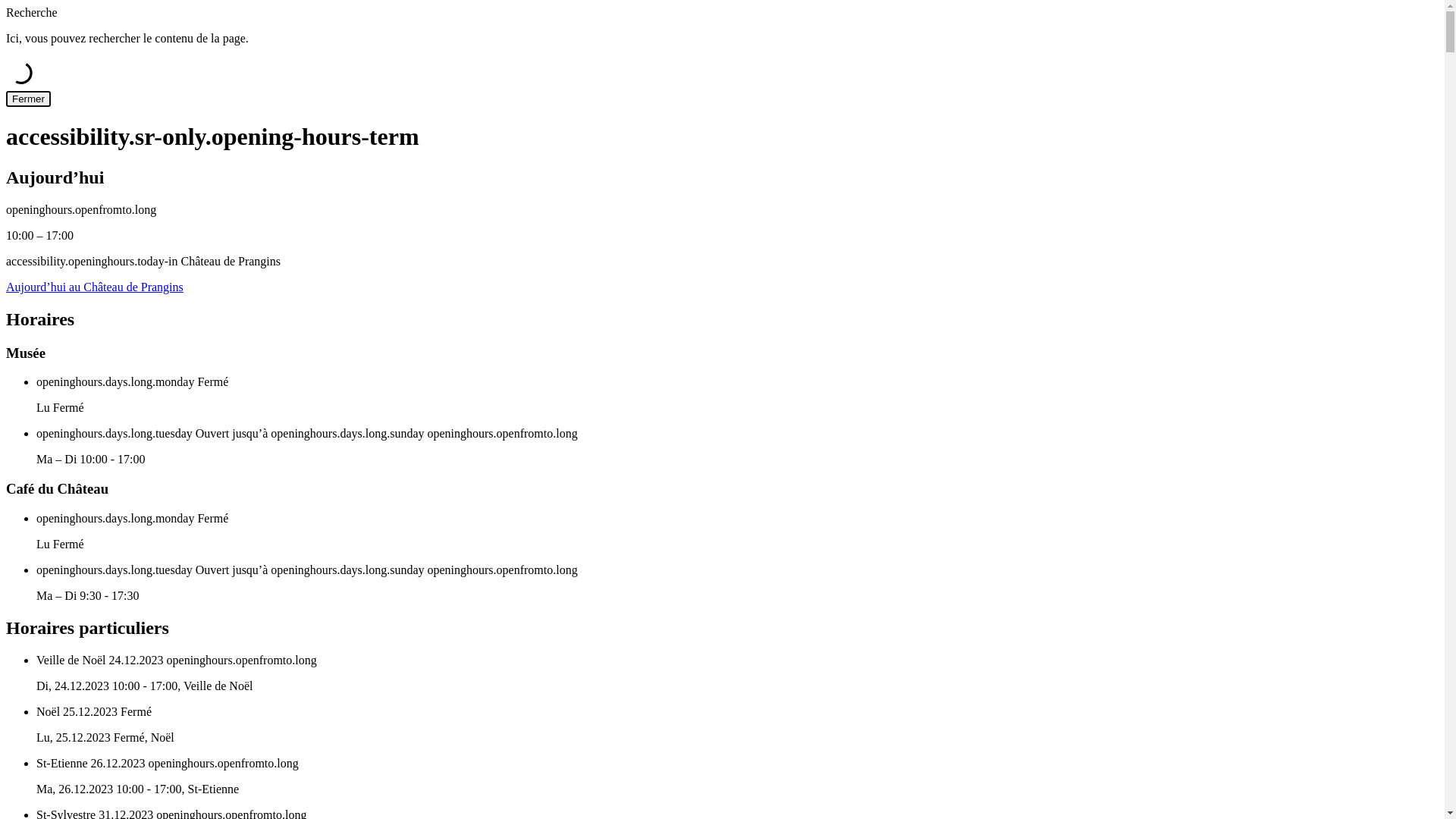 The height and width of the screenshot is (819, 1456). What do you see at coordinates (6, 99) in the screenshot?
I see `'Fermer'` at bounding box center [6, 99].